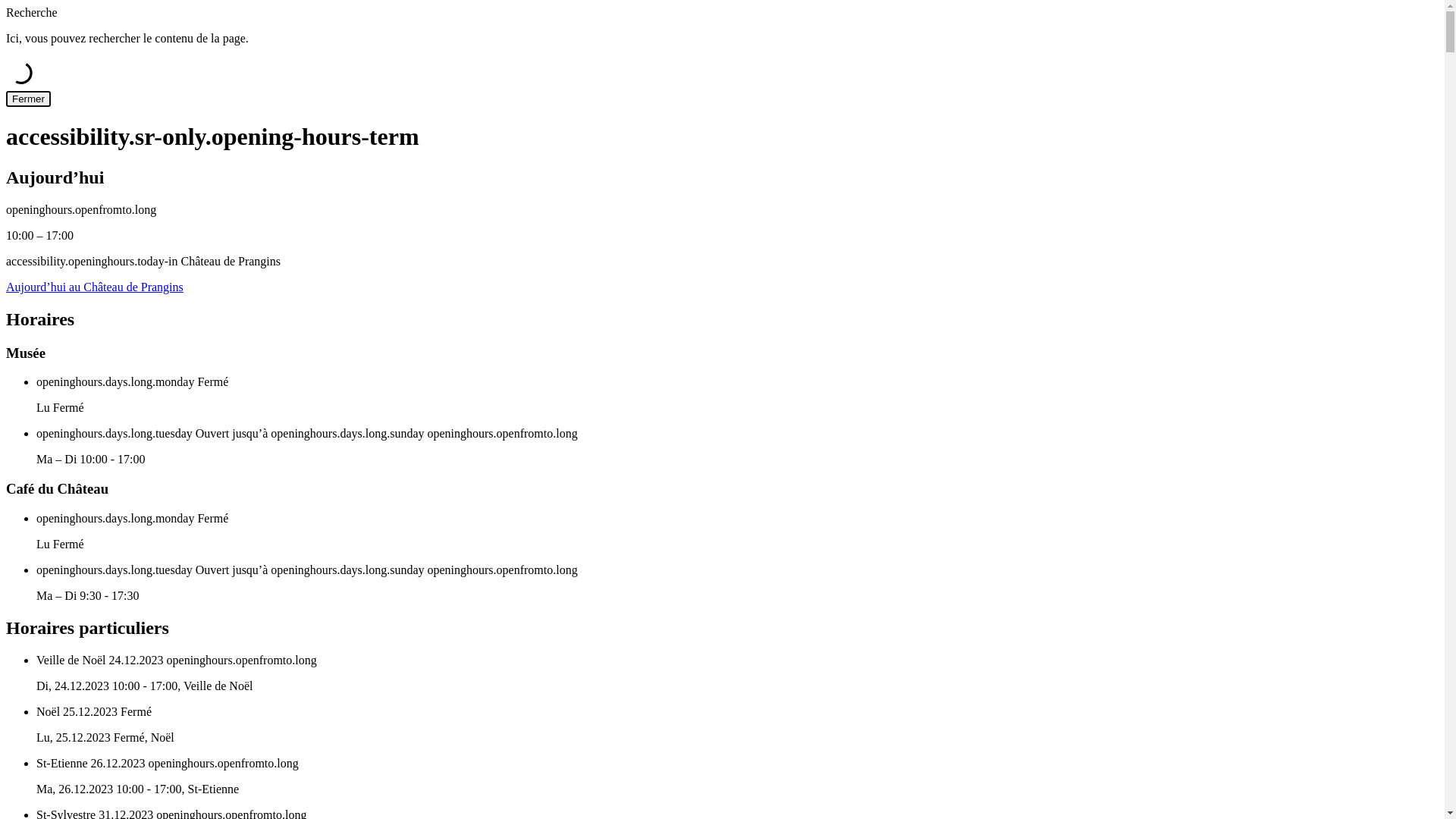 The height and width of the screenshot is (819, 1456). What do you see at coordinates (6, 99) in the screenshot?
I see `'Fermer'` at bounding box center [6, 99].